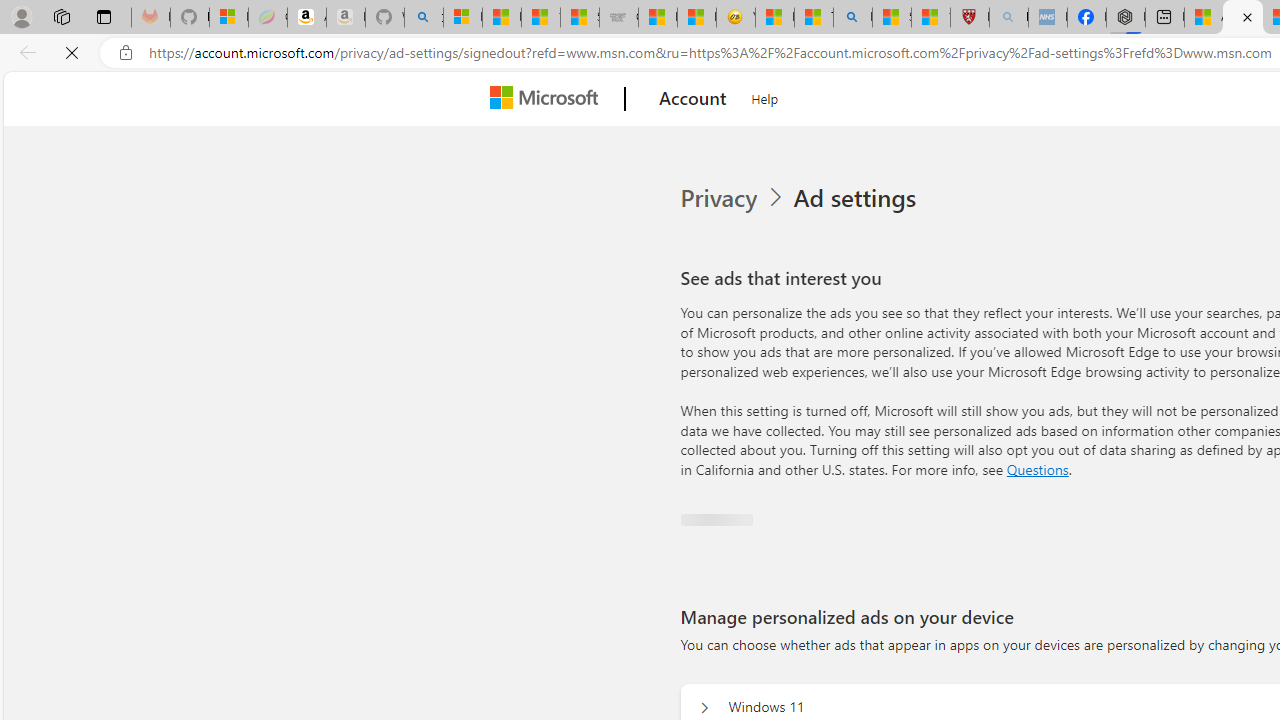  Describe the element at coordinates (853, 17) in the screenshot. I see `'Bing'` at that location.